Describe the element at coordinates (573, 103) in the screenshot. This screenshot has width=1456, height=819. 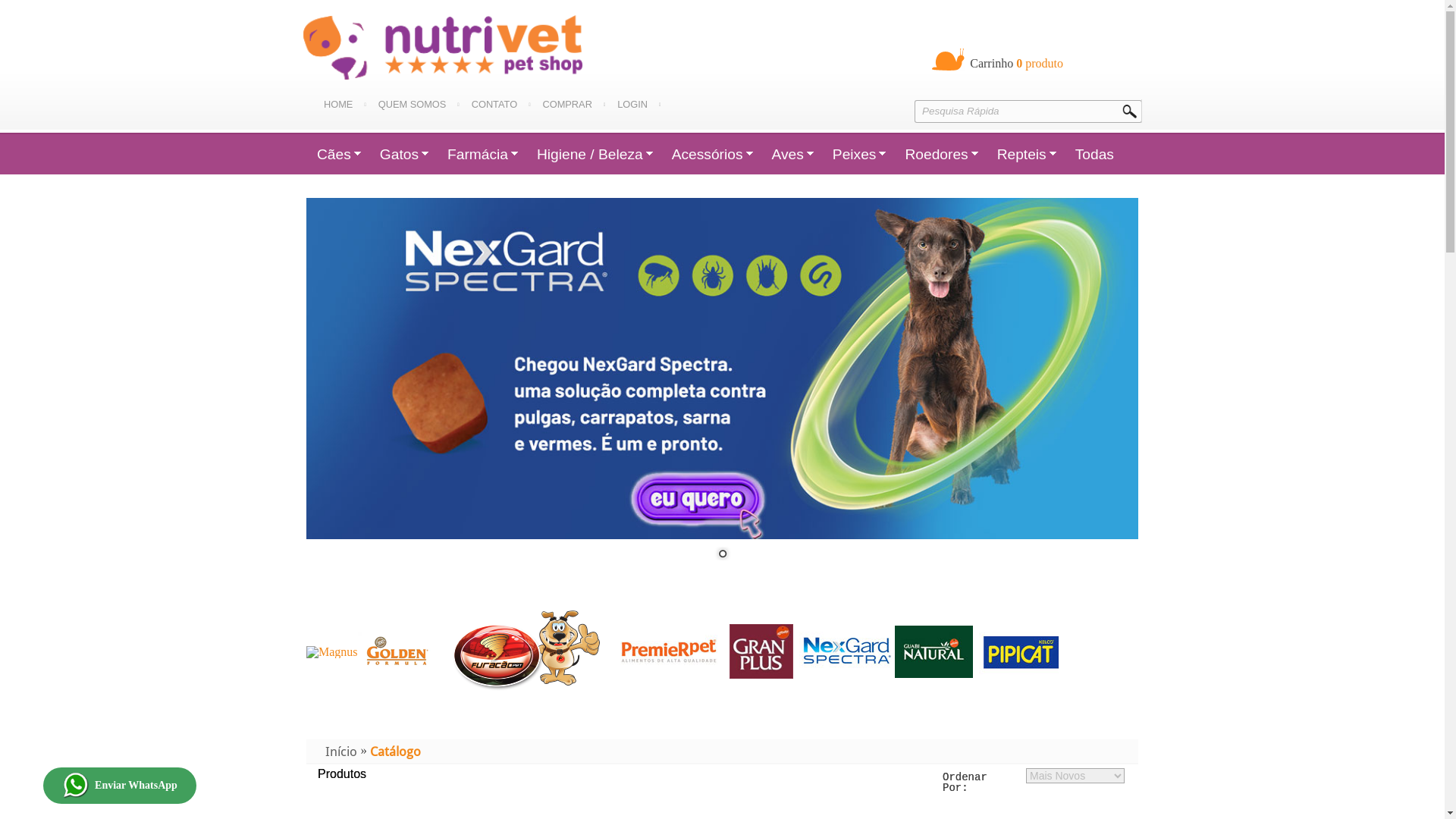
I see `'COMPRAR'` at that location.